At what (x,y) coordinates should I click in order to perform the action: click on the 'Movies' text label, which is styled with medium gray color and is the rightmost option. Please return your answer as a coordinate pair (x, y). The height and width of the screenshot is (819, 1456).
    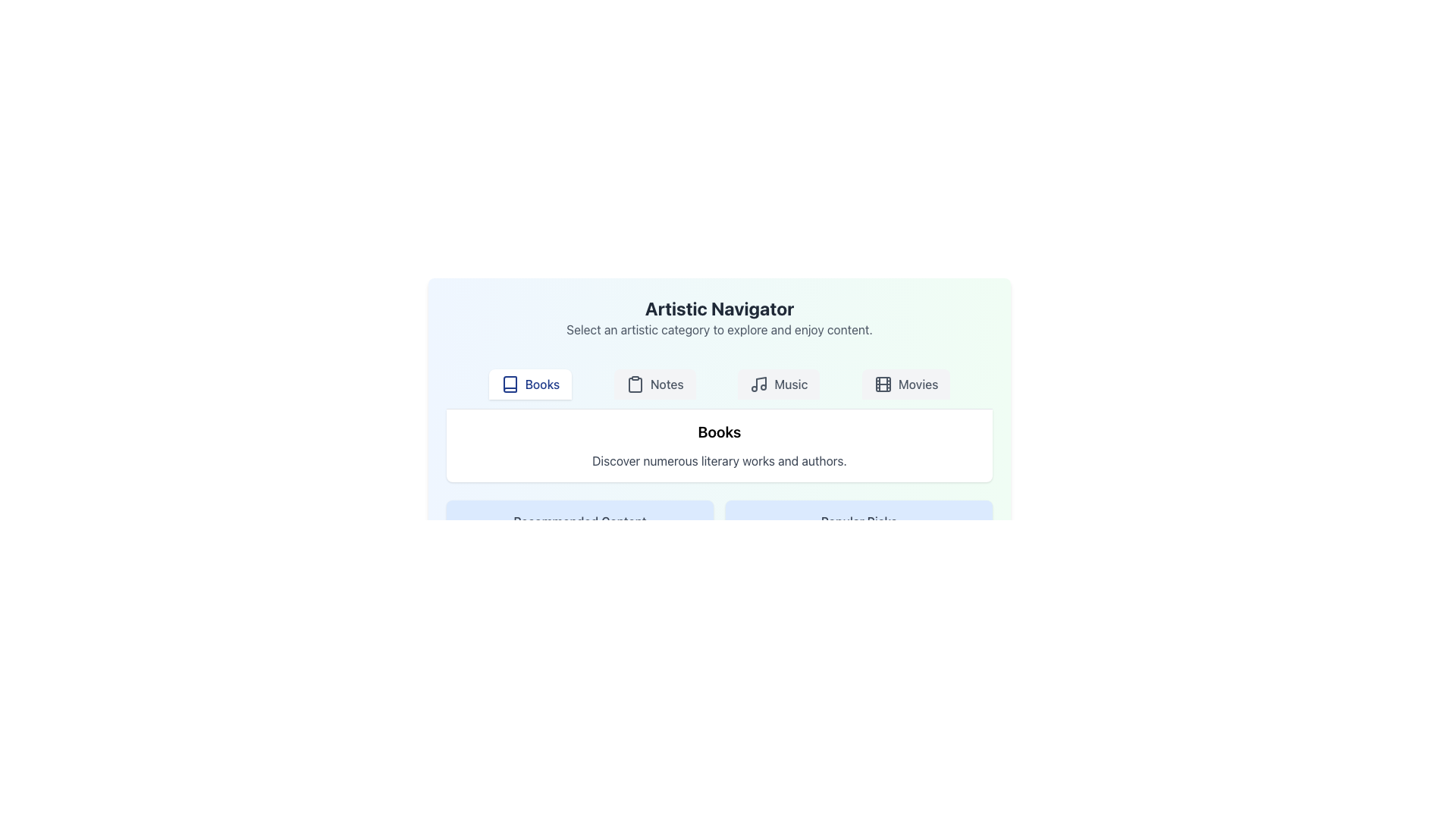
    Looking at the image, I should click on (917, 383).